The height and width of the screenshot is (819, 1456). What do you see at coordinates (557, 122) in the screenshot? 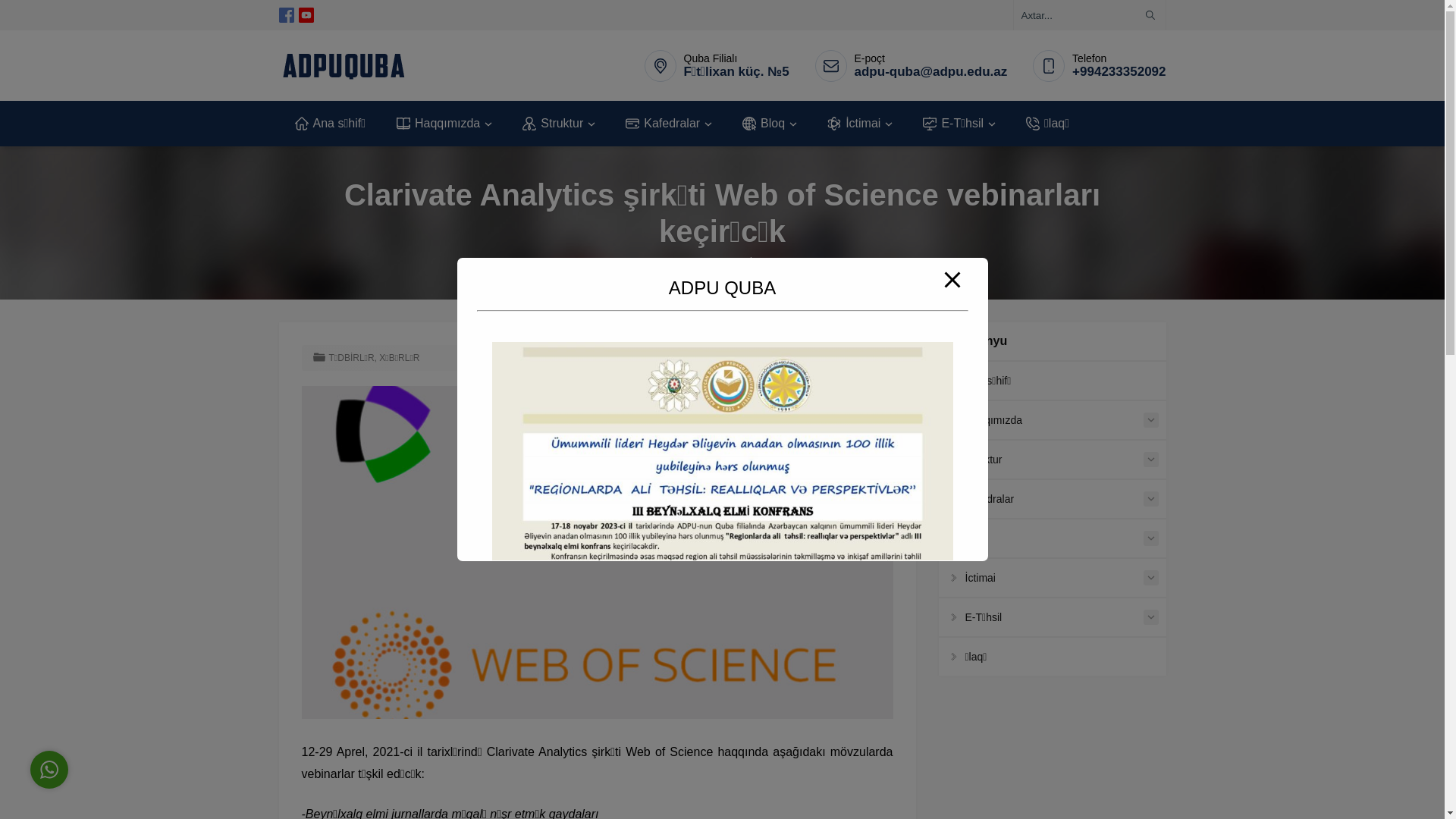
I see `'Struktur'` at bounding box center [557, 122].